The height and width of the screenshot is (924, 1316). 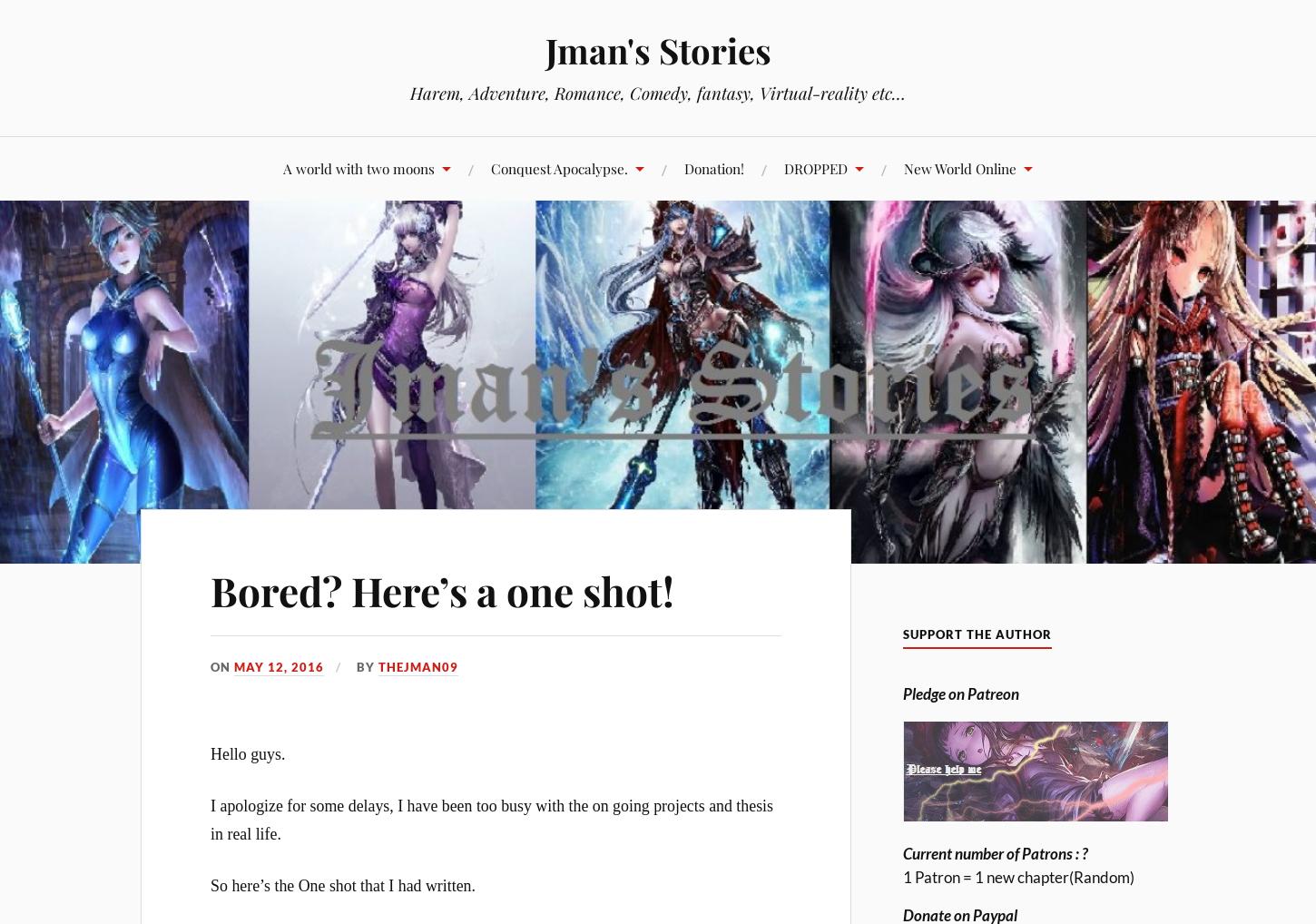 I want to click on 'Pledge on Patreon', so click(x=960, y=693).